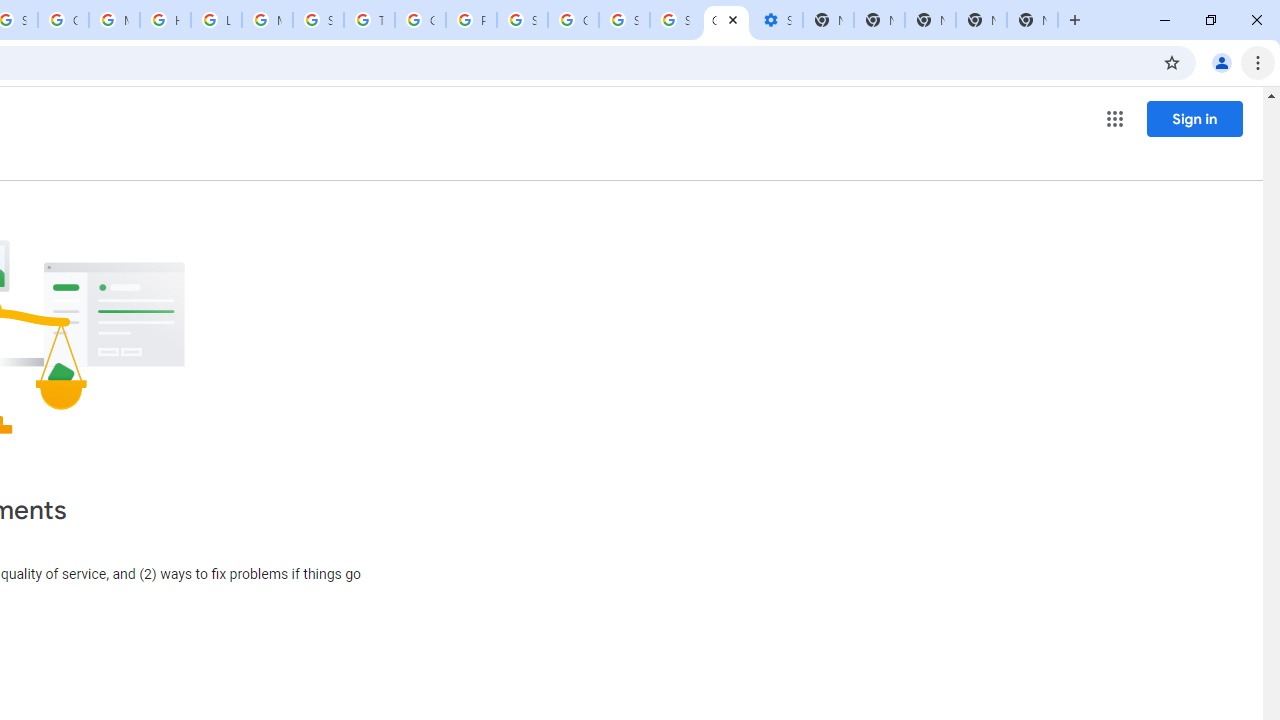  What do you see at coordinates (775, 20) in the screenshot?
I see `'Settings - Performance'` at bounding box center [775, 20].